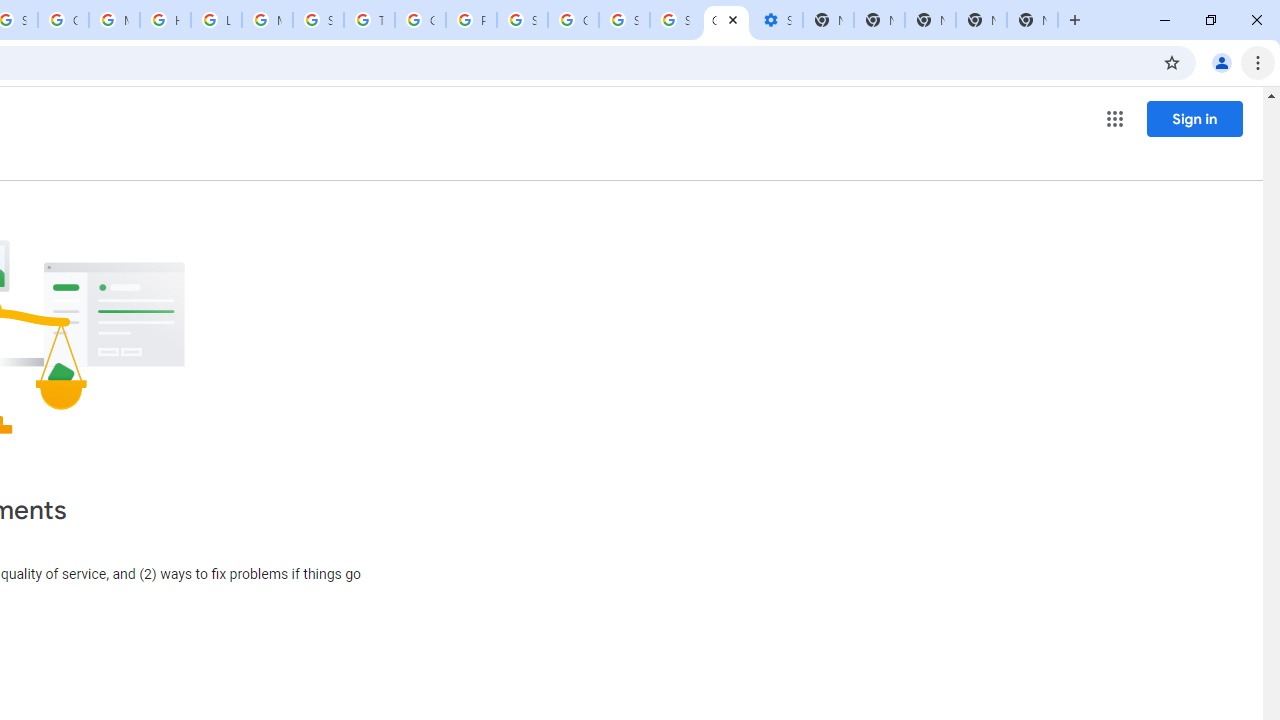  What do you see at coordinates (775, 20) in the screenshot?
I see `'Settings - Performance'` at bounding box center [775, 20].